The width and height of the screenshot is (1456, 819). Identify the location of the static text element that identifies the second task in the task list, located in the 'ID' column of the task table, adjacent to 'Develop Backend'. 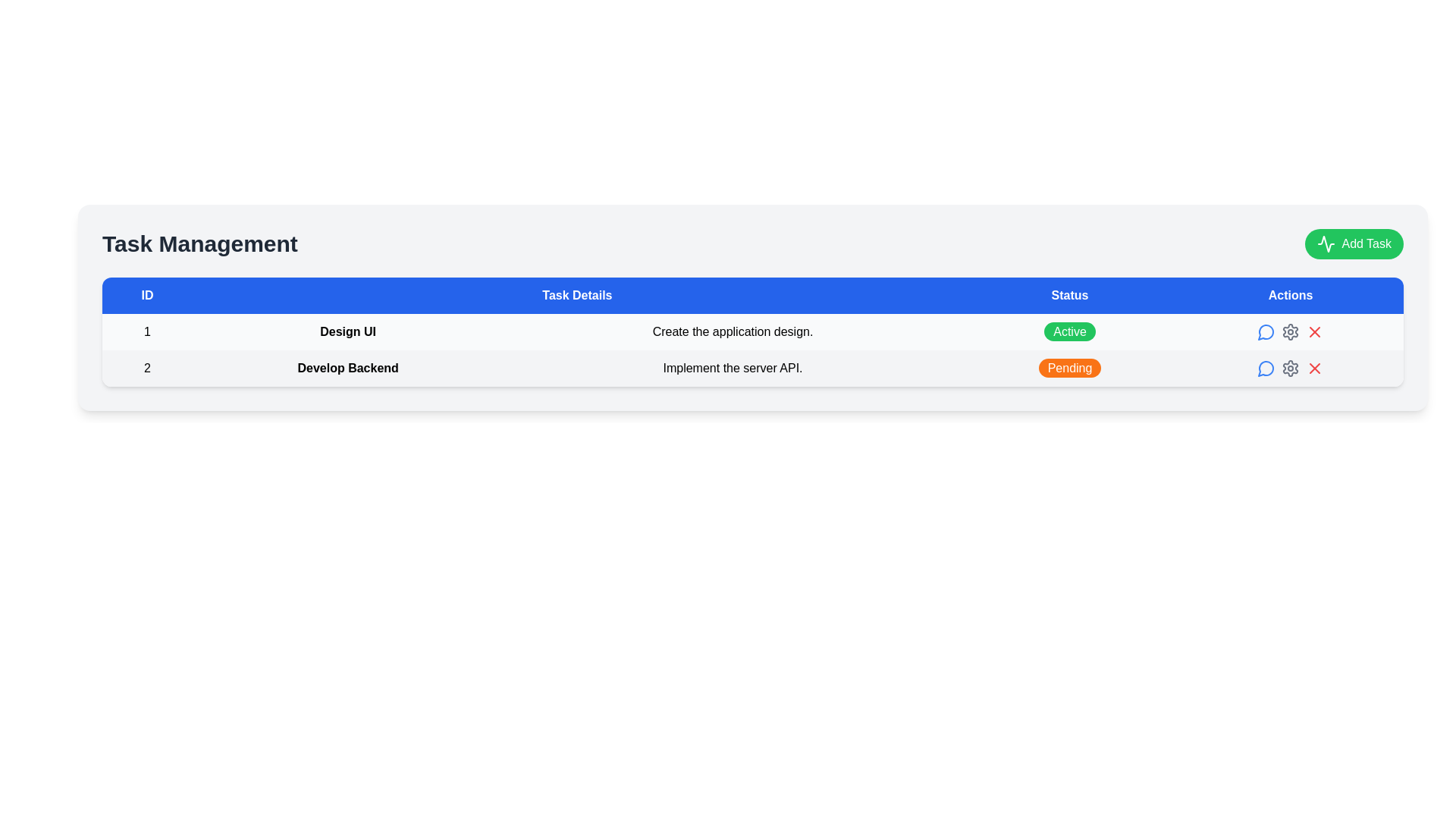
(147, 369).